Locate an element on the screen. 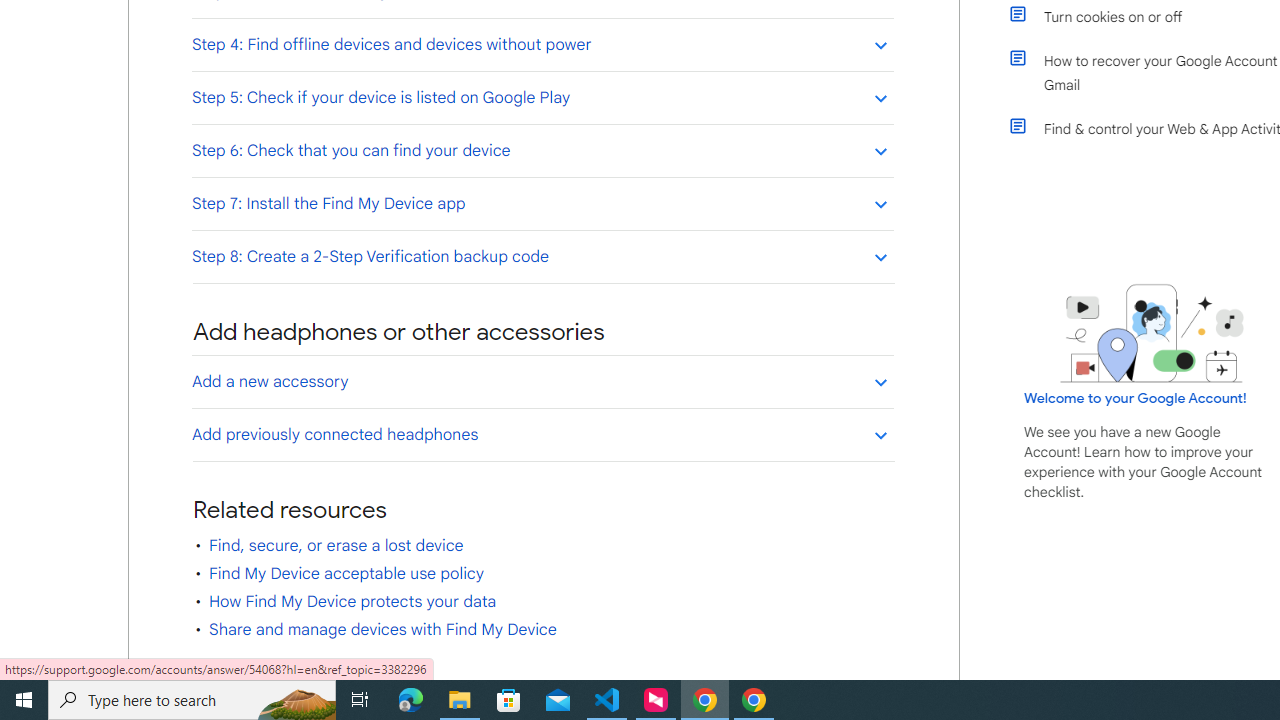 This screenshot has height=720, width=1280. 'Step 6: Check that you can find your device' is located at coordinates (542, 149).